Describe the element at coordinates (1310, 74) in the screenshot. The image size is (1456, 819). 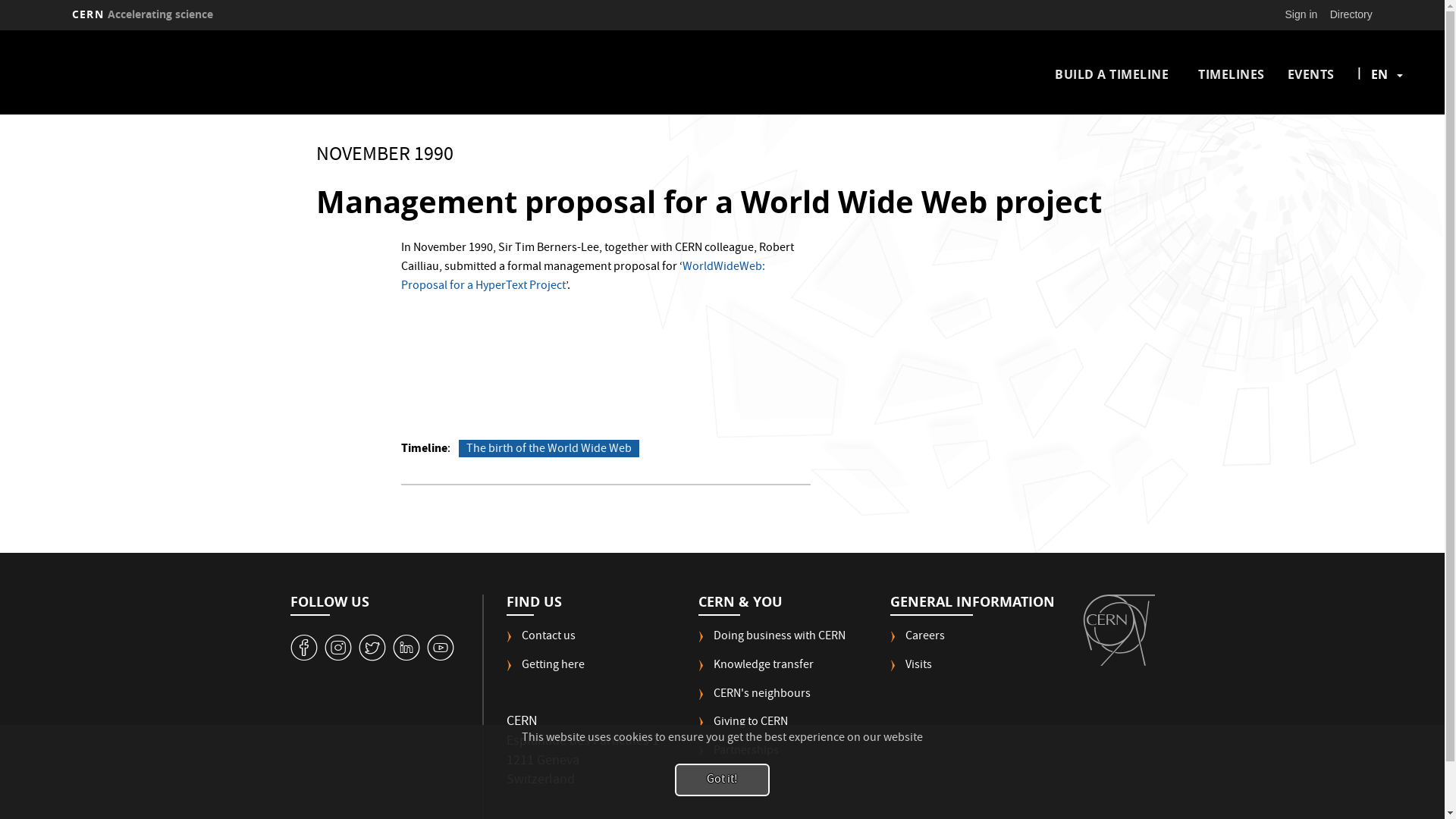
I see `'EVENTS'` at that location.